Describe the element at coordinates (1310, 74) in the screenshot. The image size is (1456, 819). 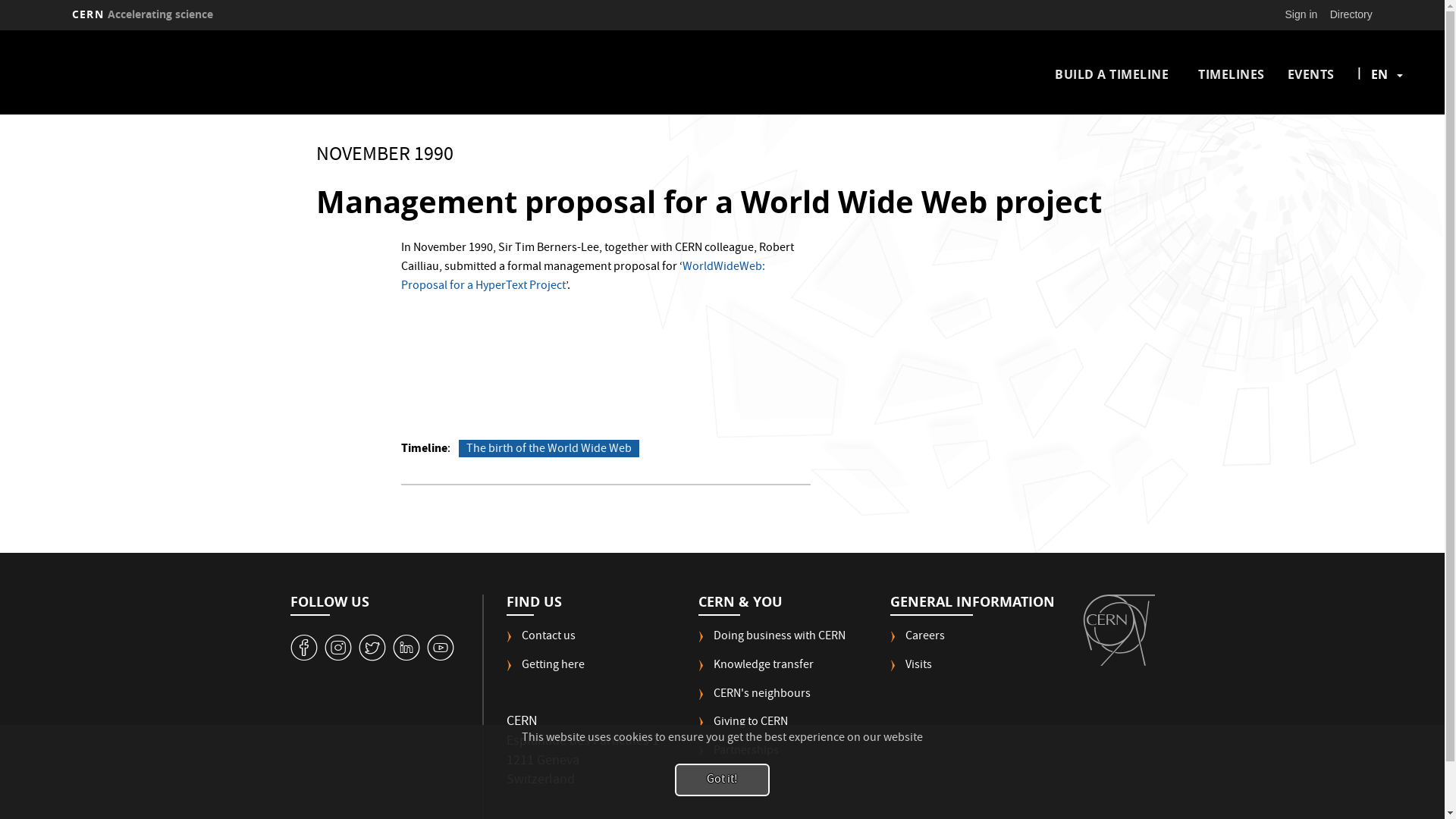
I see `'EVENTS'` at that location.